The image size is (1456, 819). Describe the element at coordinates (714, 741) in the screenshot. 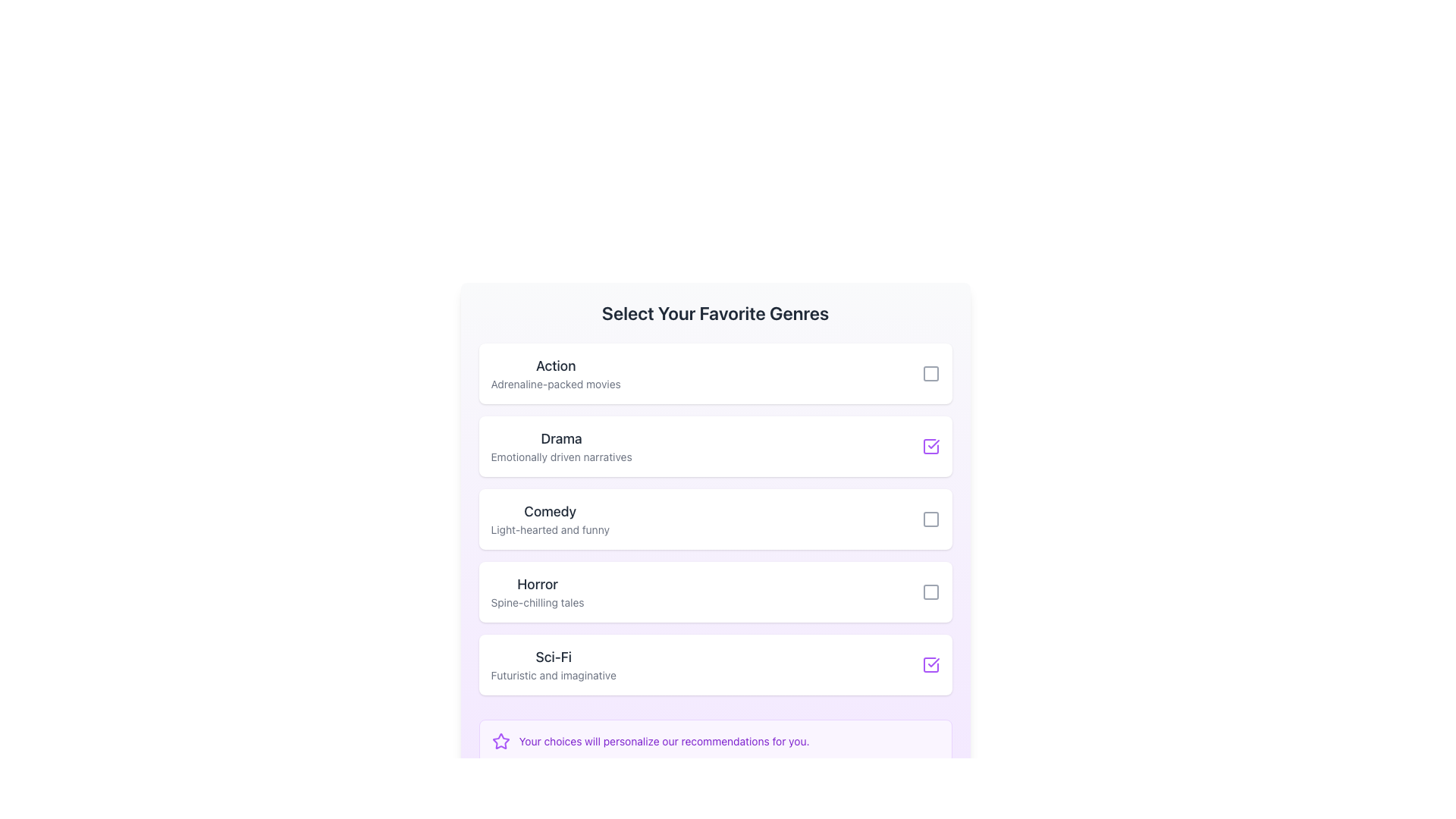

I see `the Informational box with a soft purple background that contains a star icon and the text 'Your choices will personalize our recommendations for you.'` at that location.